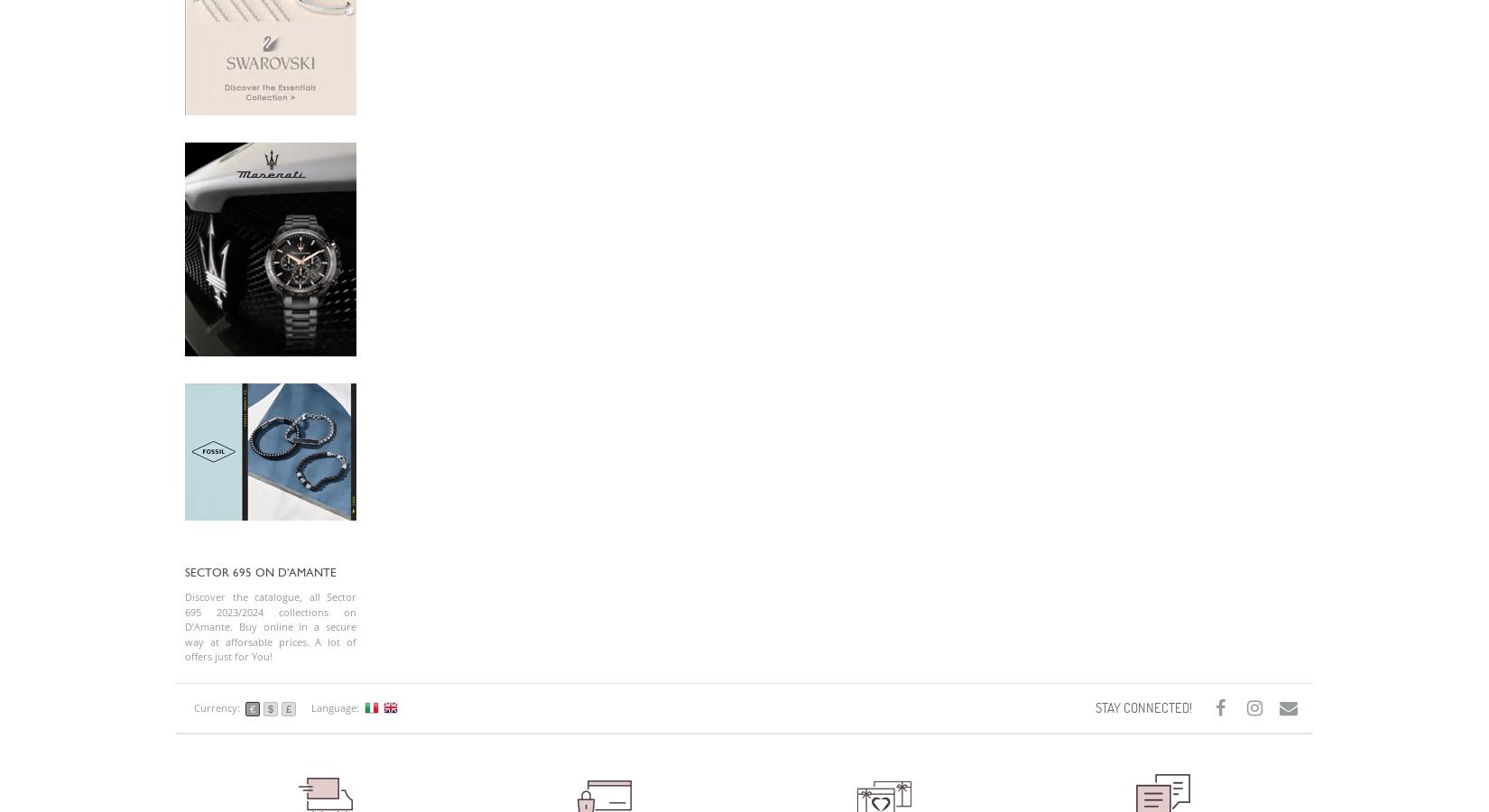  Describe the element at coordinates (459, 177) in the screenshot. I see `'E-commerce by ICOA'` at that location.